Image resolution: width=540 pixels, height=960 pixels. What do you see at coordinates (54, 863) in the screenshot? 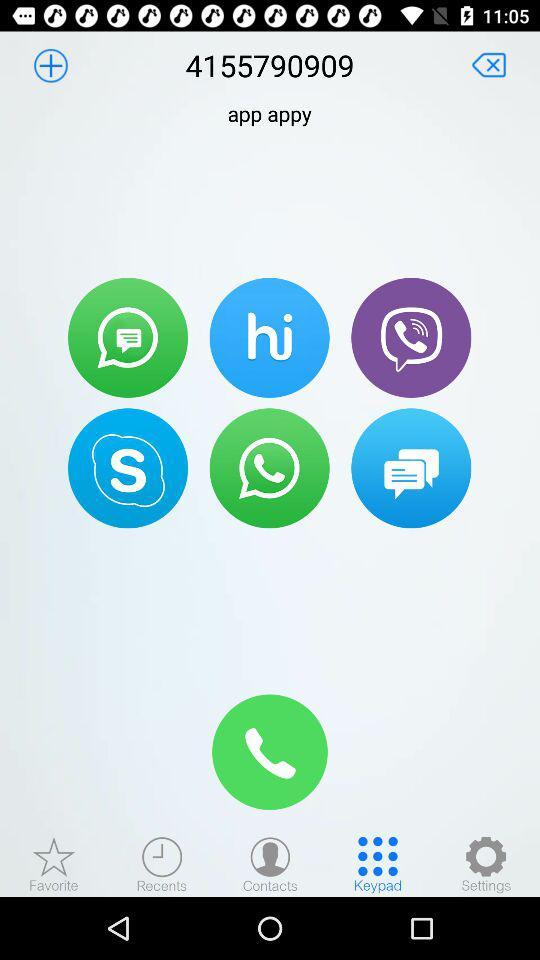
I see `favorite contacts` at bounding box center [54, 863].